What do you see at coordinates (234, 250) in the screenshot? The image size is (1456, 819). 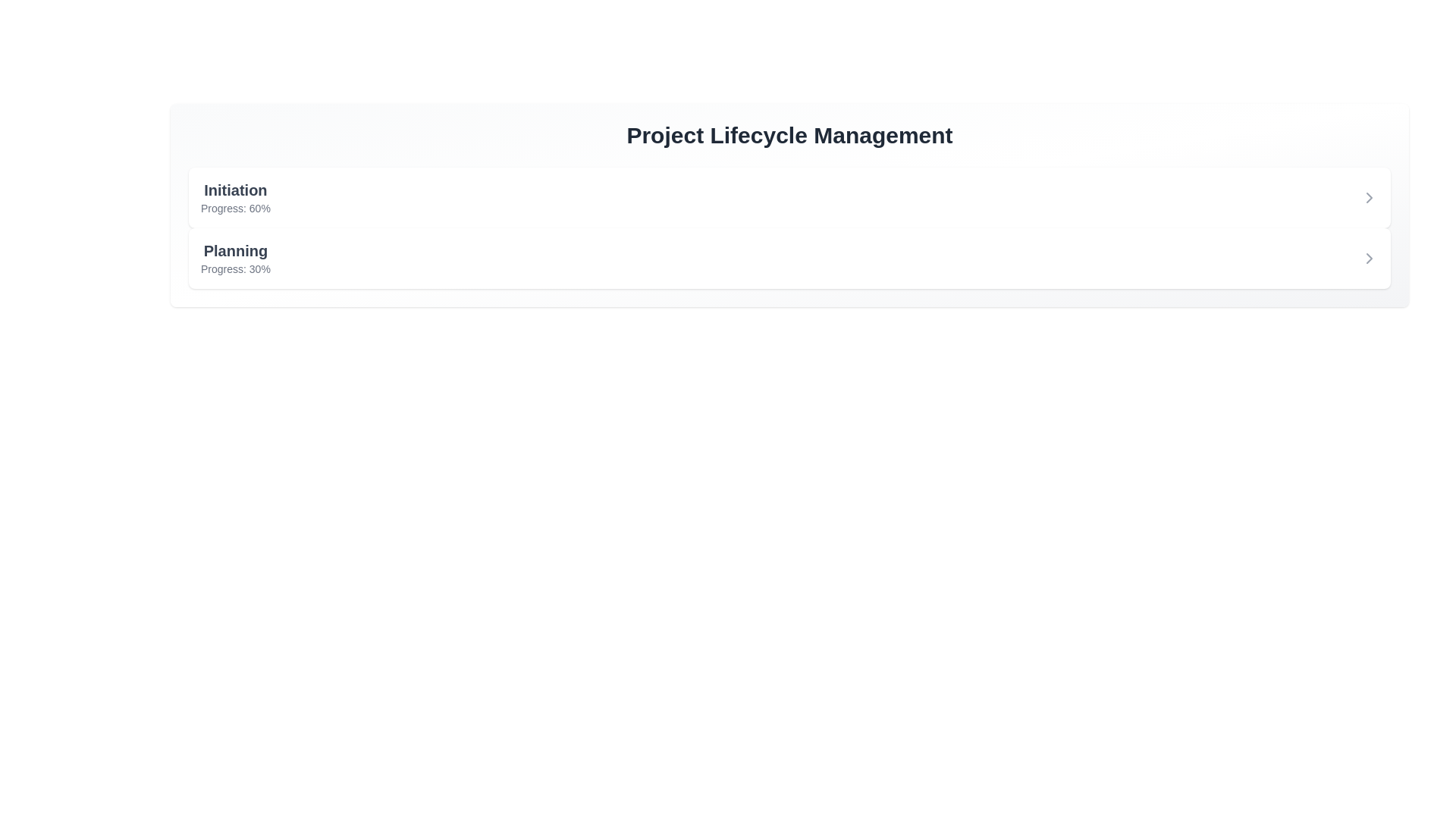 I see `the 'Planning' text label, which serves as the title for the planning phase in the project lifecycle, located above the 'Progress: 30%' text in the second section of the layout` at bounding box center [234, 250].